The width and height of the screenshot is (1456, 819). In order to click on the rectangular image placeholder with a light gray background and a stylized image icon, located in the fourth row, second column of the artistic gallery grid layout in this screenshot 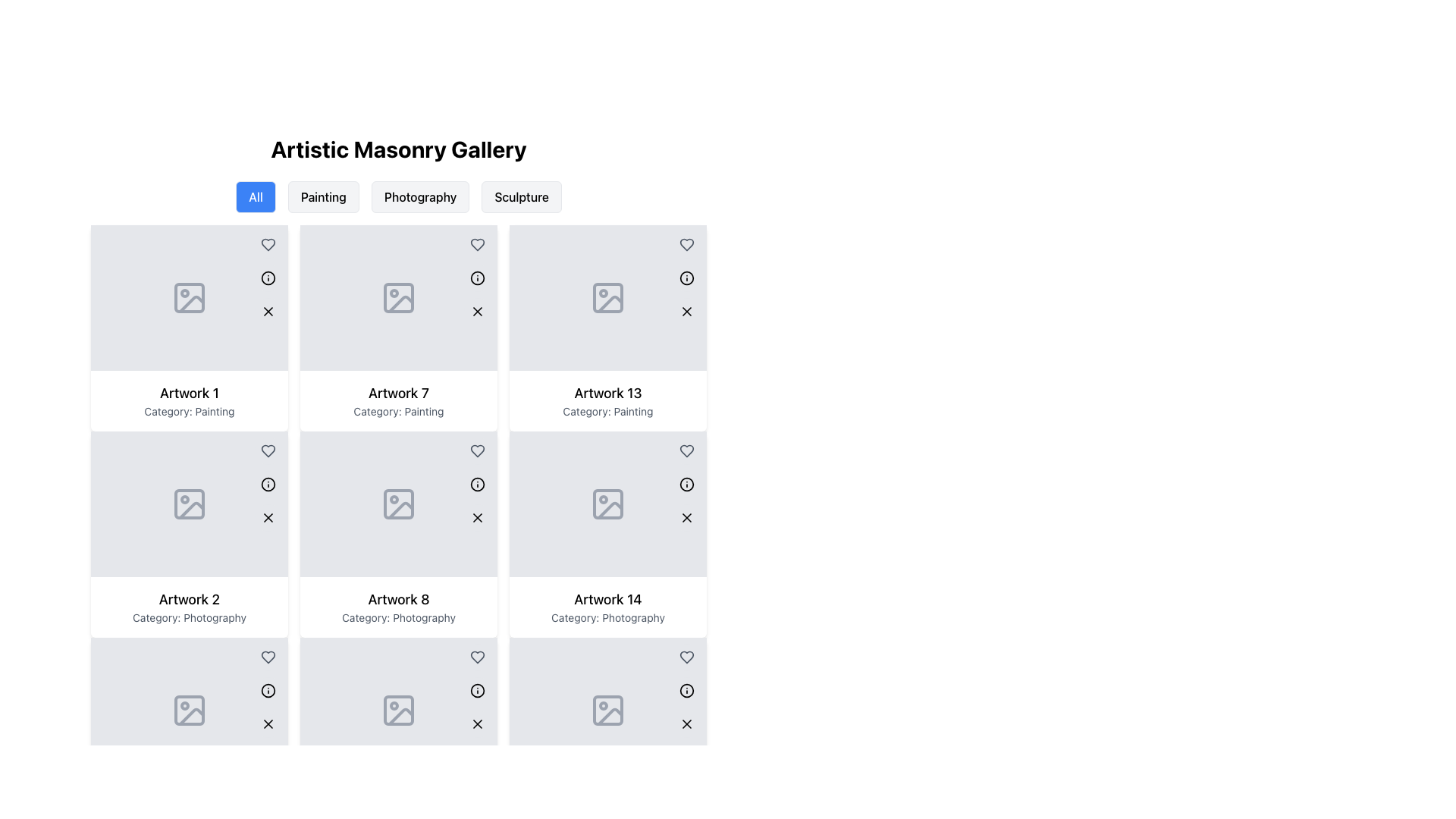, I will do `click(607, 504)`.